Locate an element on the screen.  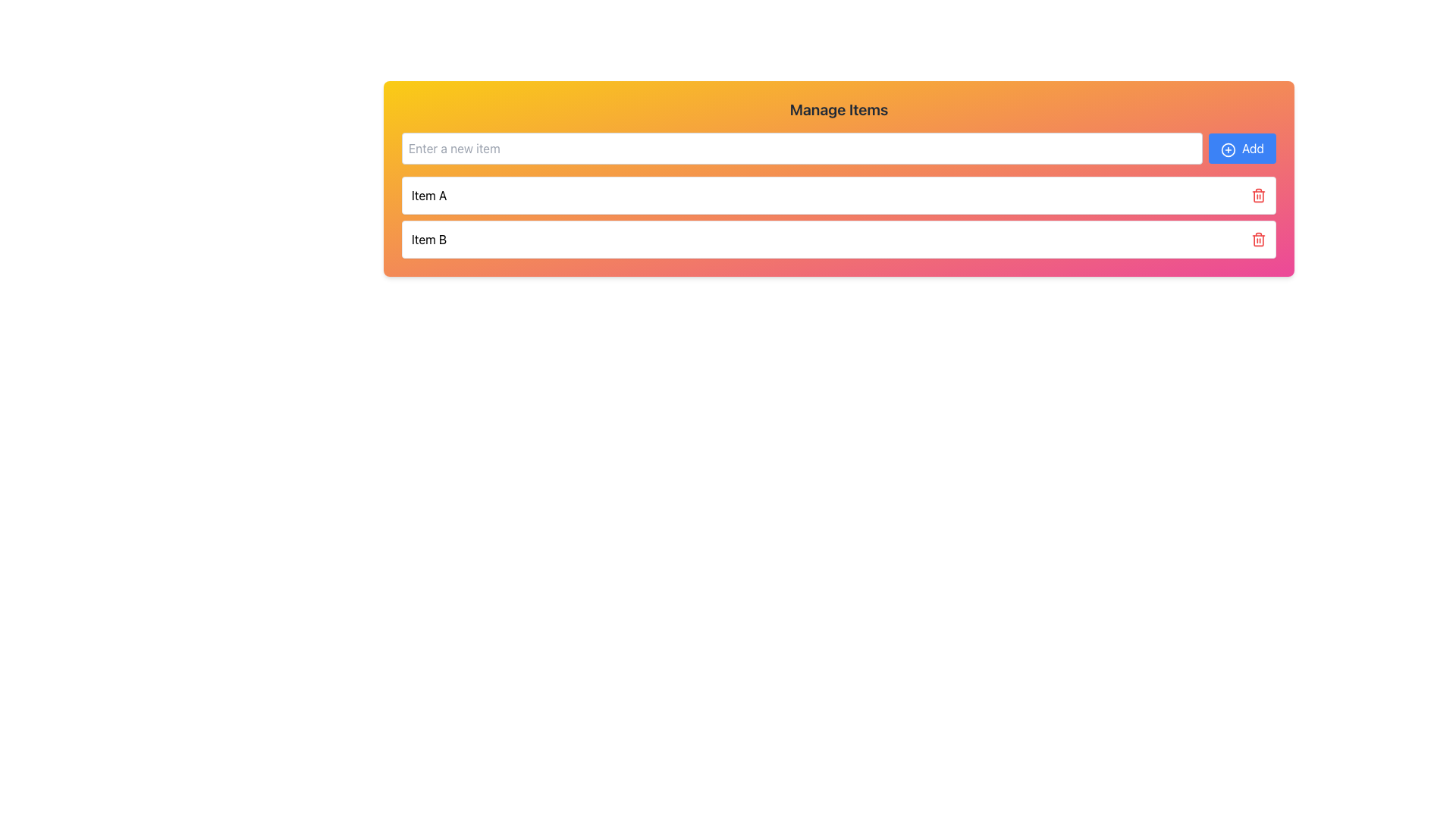
the delete icon button located at the far right end of the first list item labeled 'Item A' is located at coordinates (1259, 195).